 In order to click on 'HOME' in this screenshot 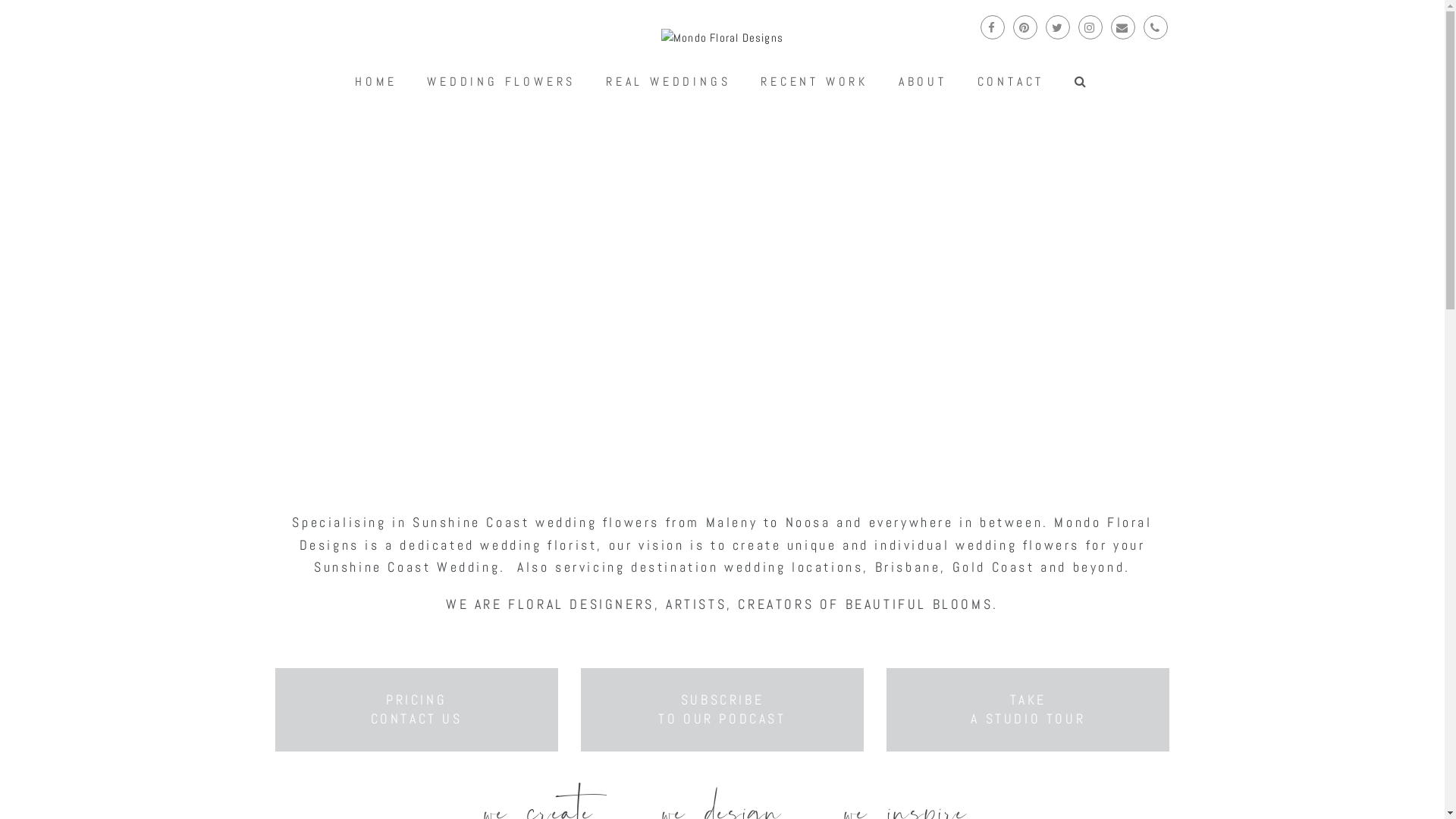, I will do `click(375, 82)`.